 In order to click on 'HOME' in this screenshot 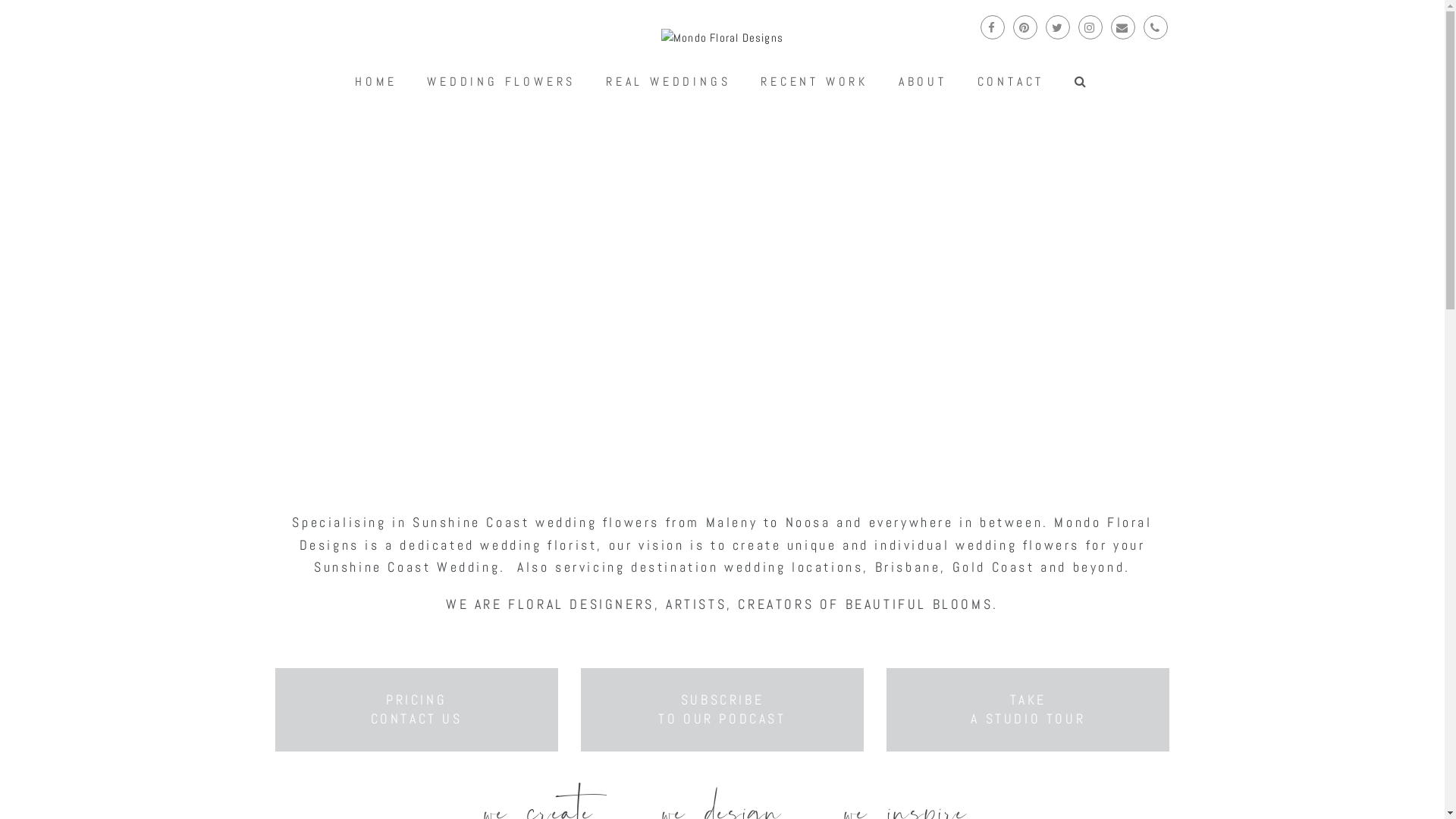, I will do `click(375, 82)`.